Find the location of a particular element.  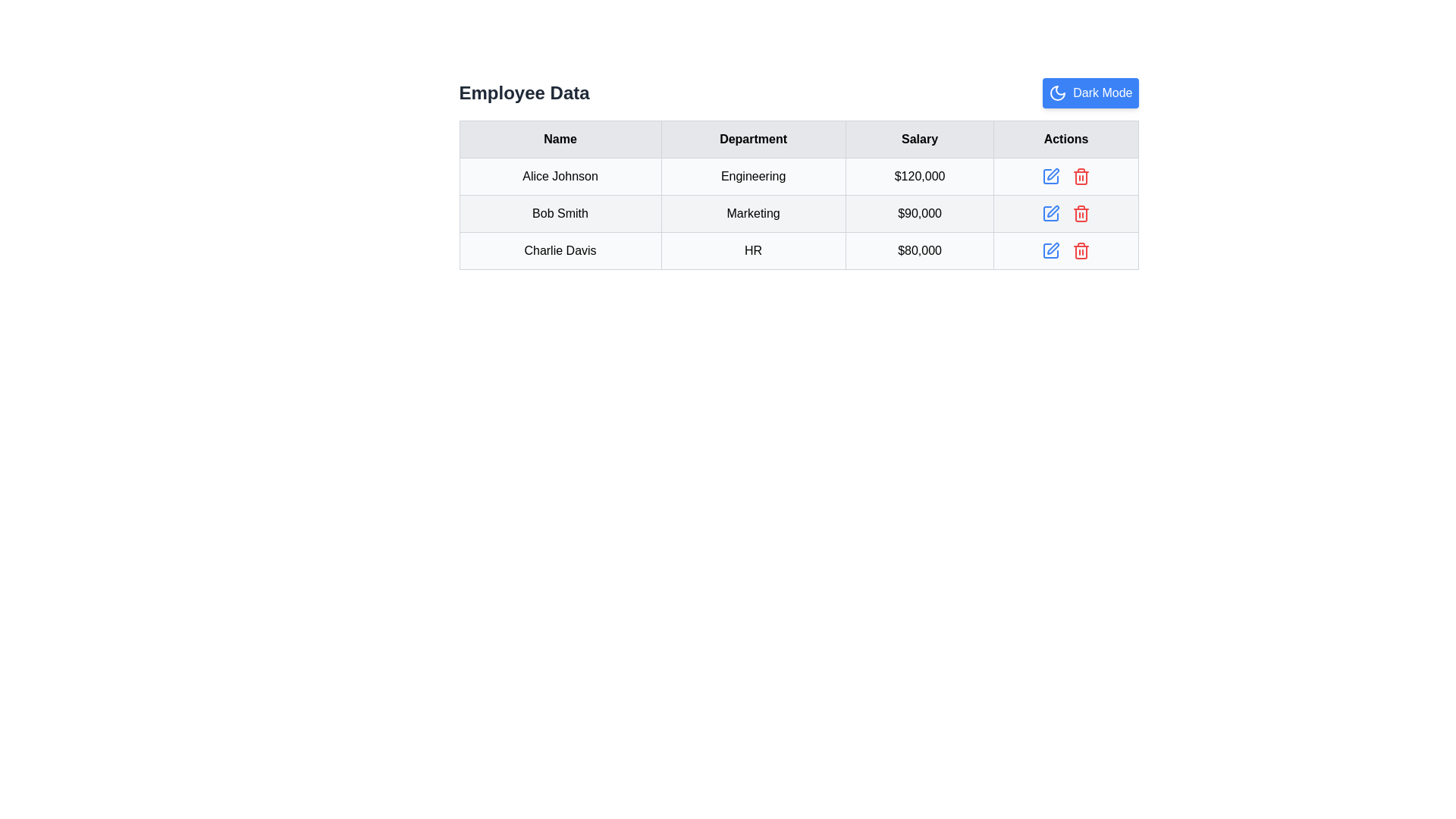

the button that toggles the user interface between light and dark modes, located at the top-right corner of the 'Employee Data' section is located at coordinates (1090, 93).